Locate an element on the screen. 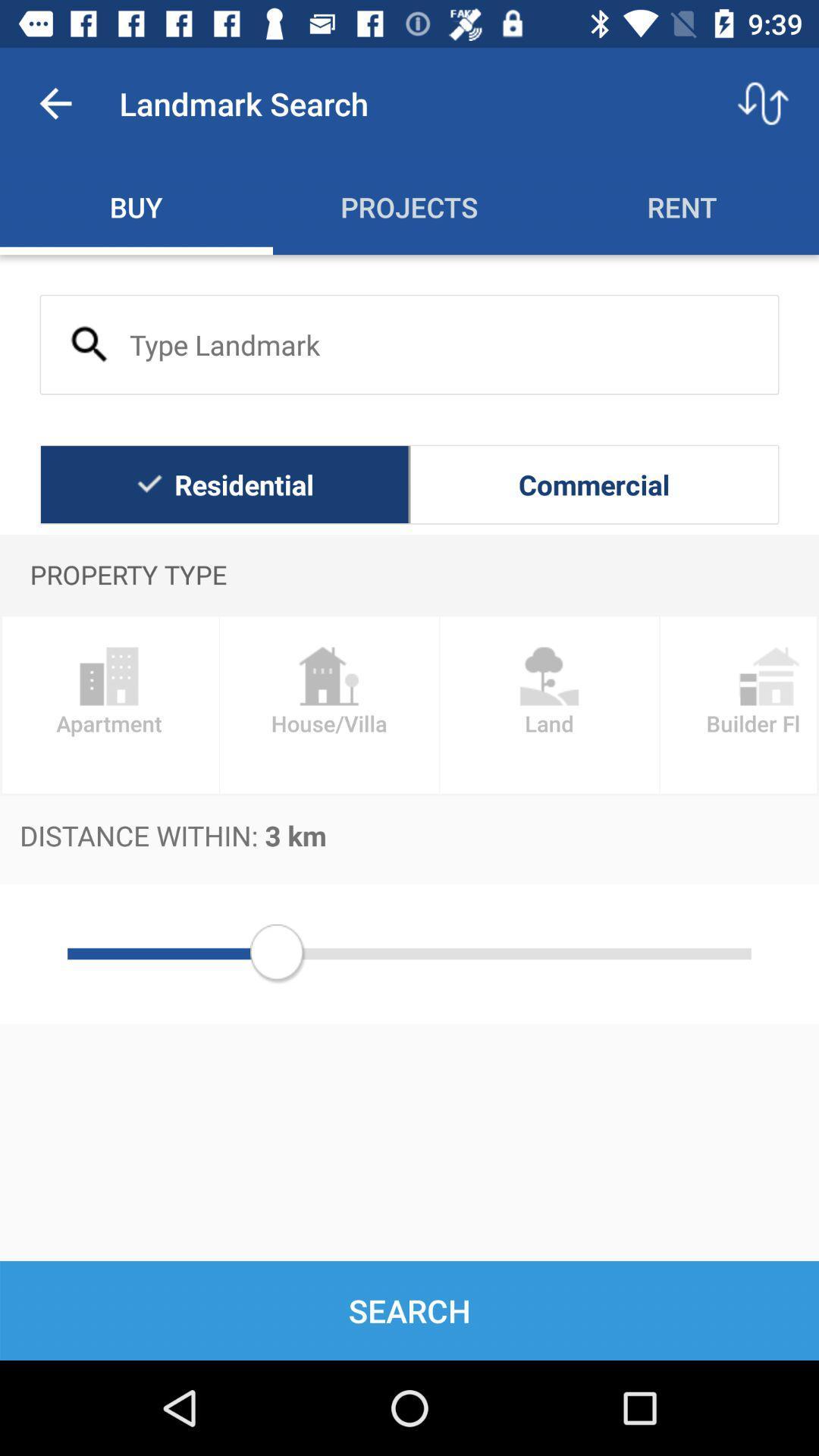 This screenshot has height=1456, width=819. the icon above the buy icon is located at coordinates (55, 102).